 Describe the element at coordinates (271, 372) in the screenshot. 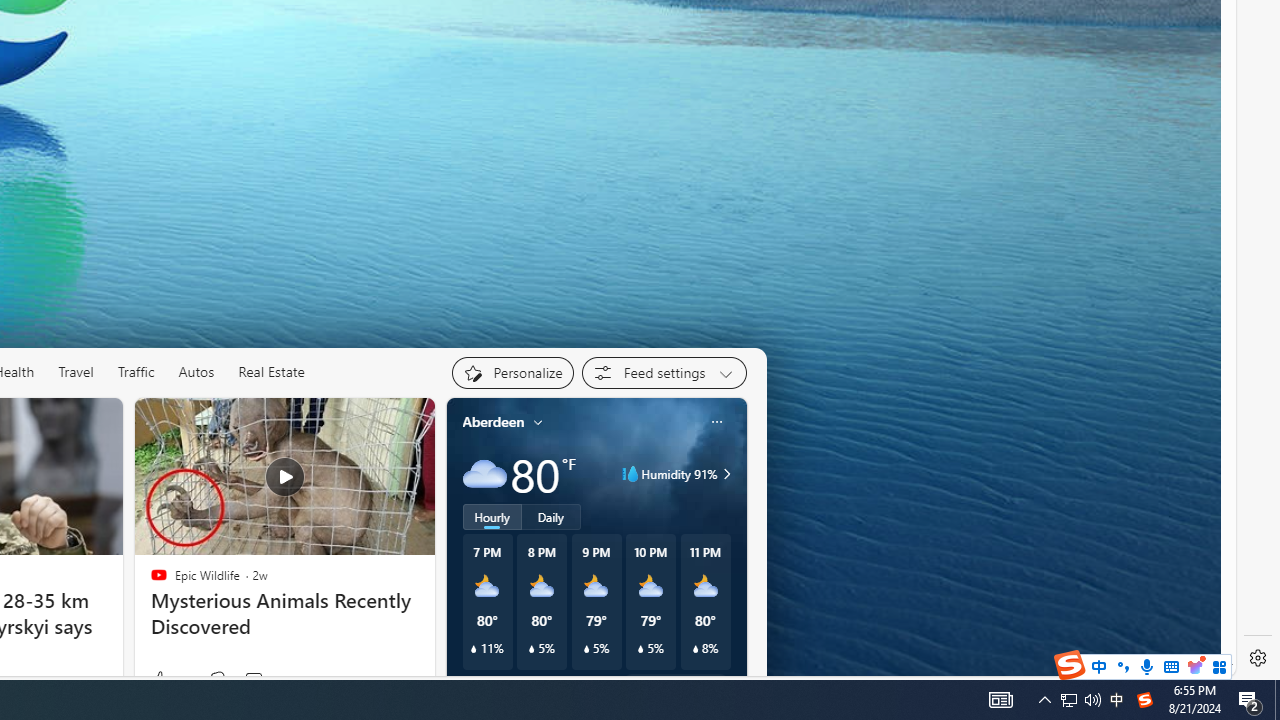

I see `'Real Estate'` at that location.